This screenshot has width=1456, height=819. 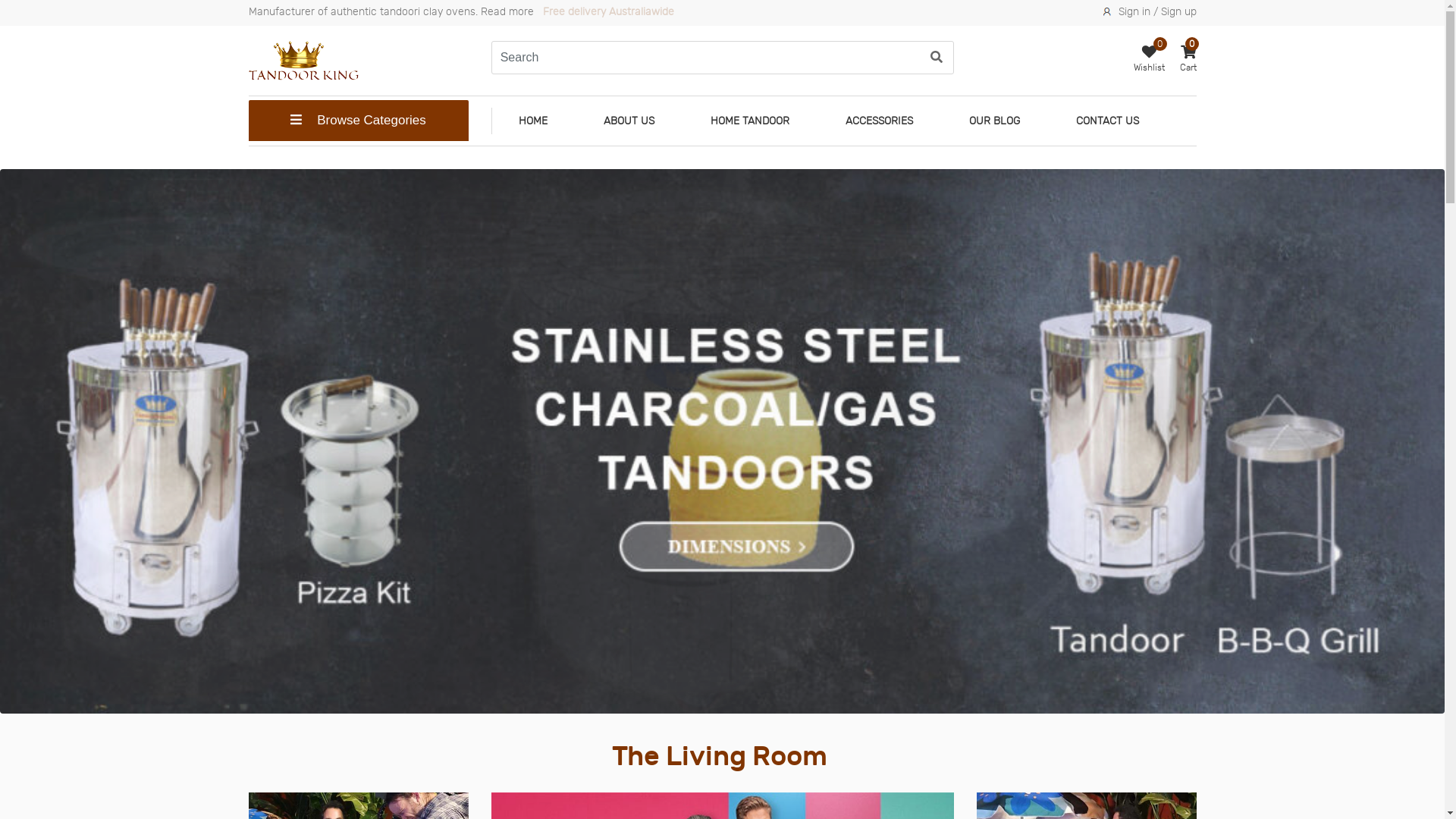 I want to click on 'Sign in / Sign up', so click(x=1117, y=11).